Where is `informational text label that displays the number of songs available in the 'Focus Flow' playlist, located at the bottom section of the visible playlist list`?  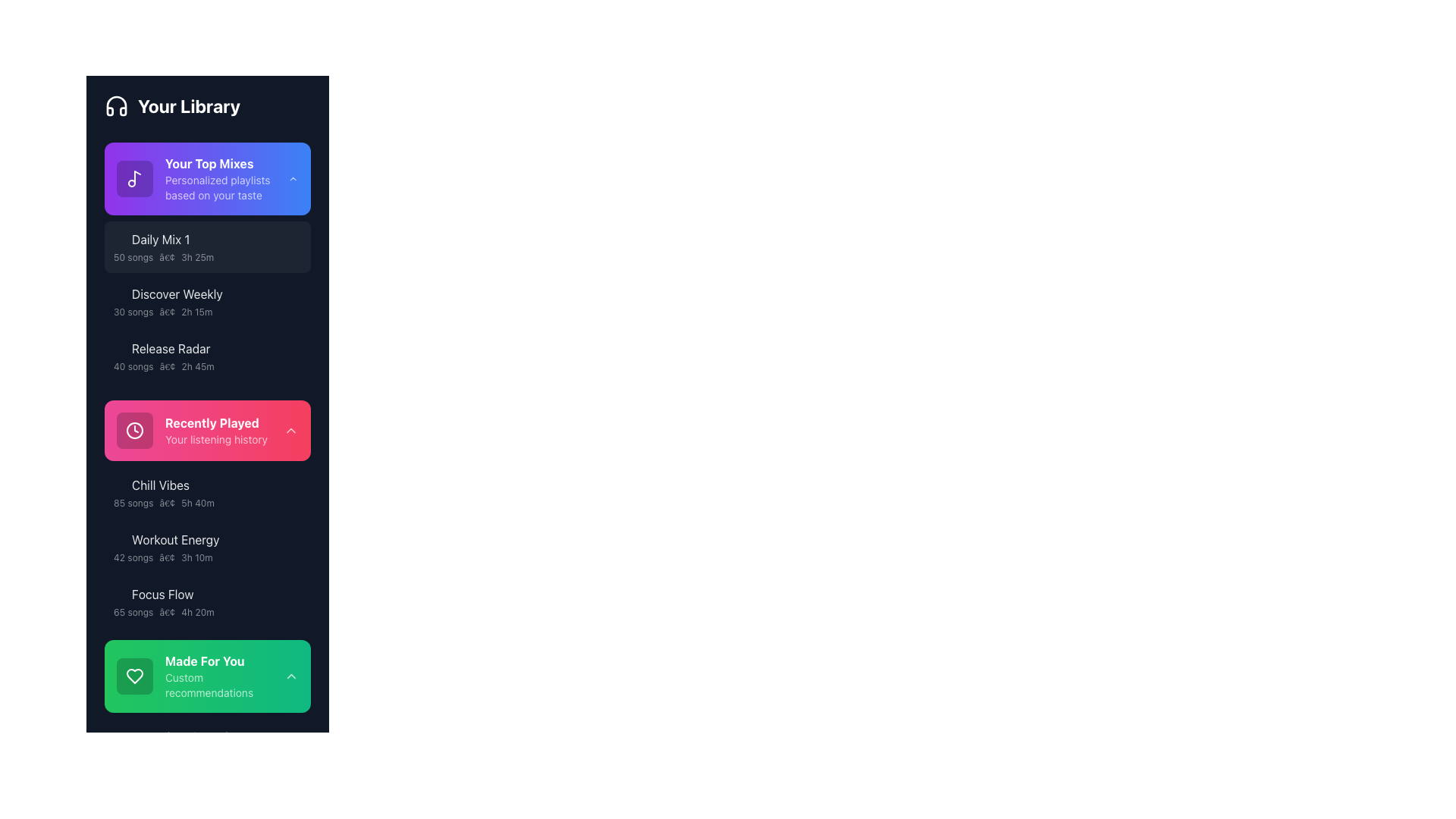 informational text label that displays the number of songs available in the 'Focus Flow' playlist, located at the bottom section of the visible playlist list is located at coordinates (133, 611).